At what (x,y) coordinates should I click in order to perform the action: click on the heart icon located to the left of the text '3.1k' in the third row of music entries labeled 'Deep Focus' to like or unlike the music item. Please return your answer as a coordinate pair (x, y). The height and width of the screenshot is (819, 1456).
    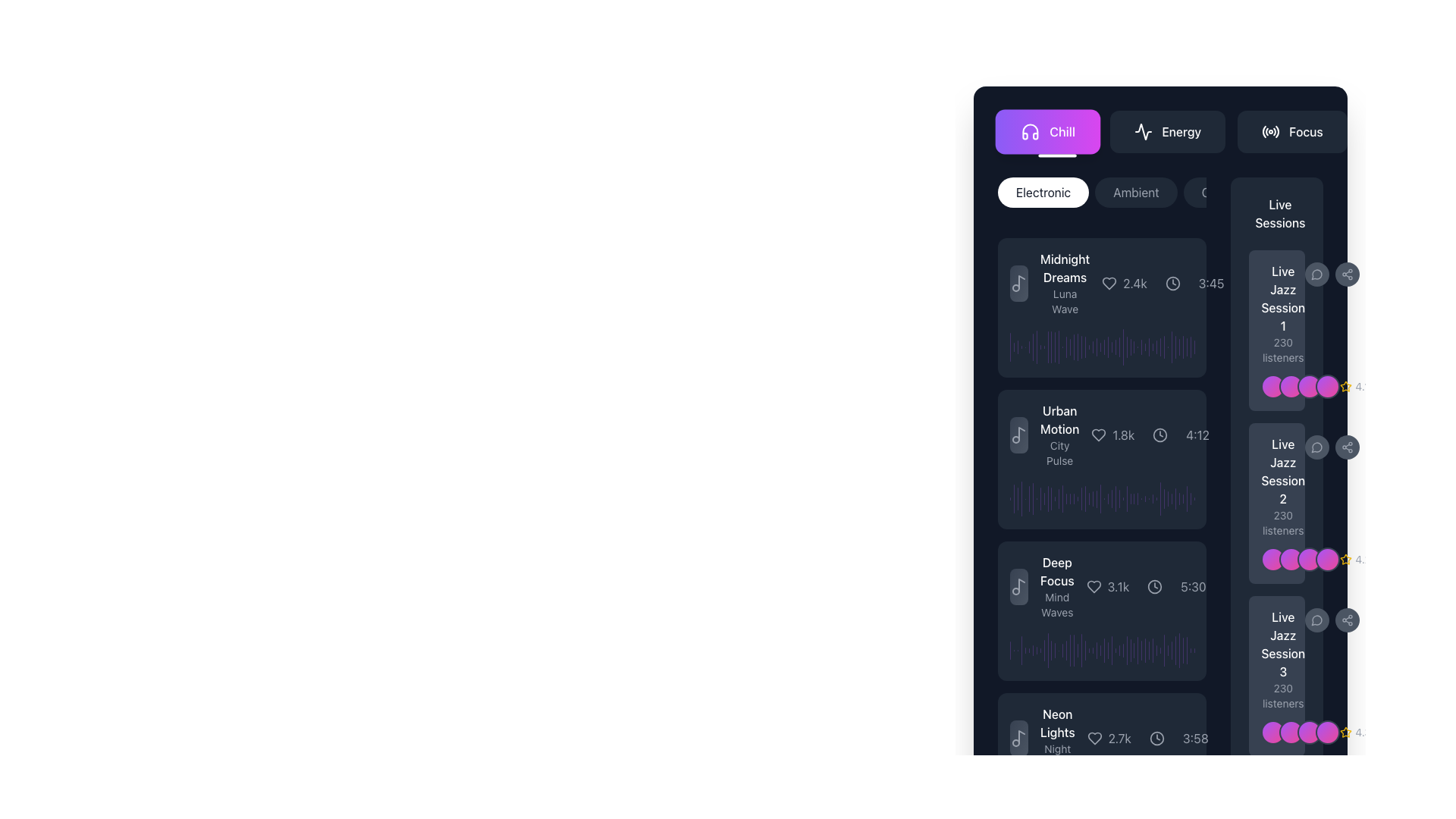
    Looking at the image, I should click on (1094, 586).